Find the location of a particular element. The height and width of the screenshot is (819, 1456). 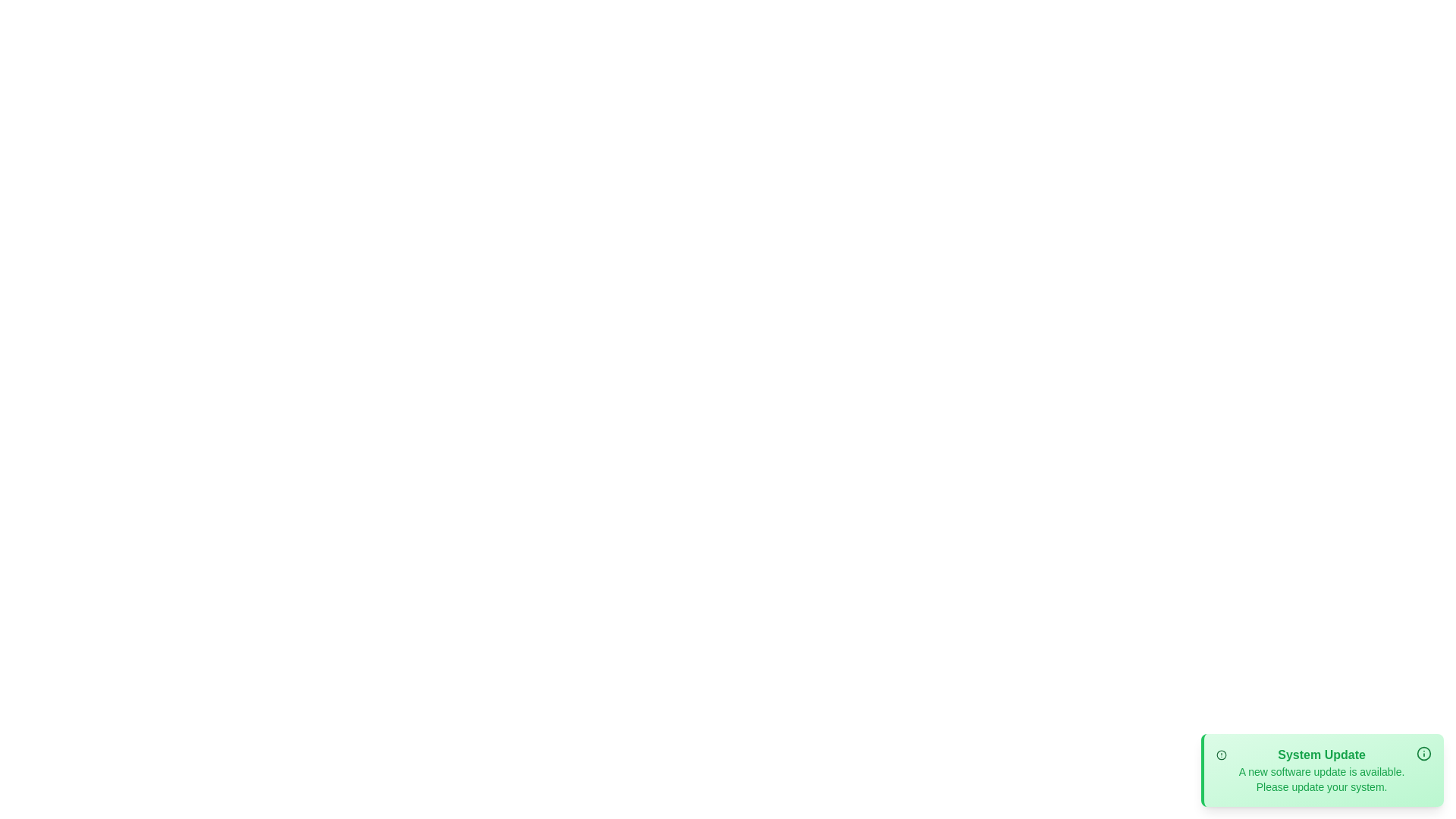

the alert icon to view its details or bring it into focus is located at coordinates (1222, 755).